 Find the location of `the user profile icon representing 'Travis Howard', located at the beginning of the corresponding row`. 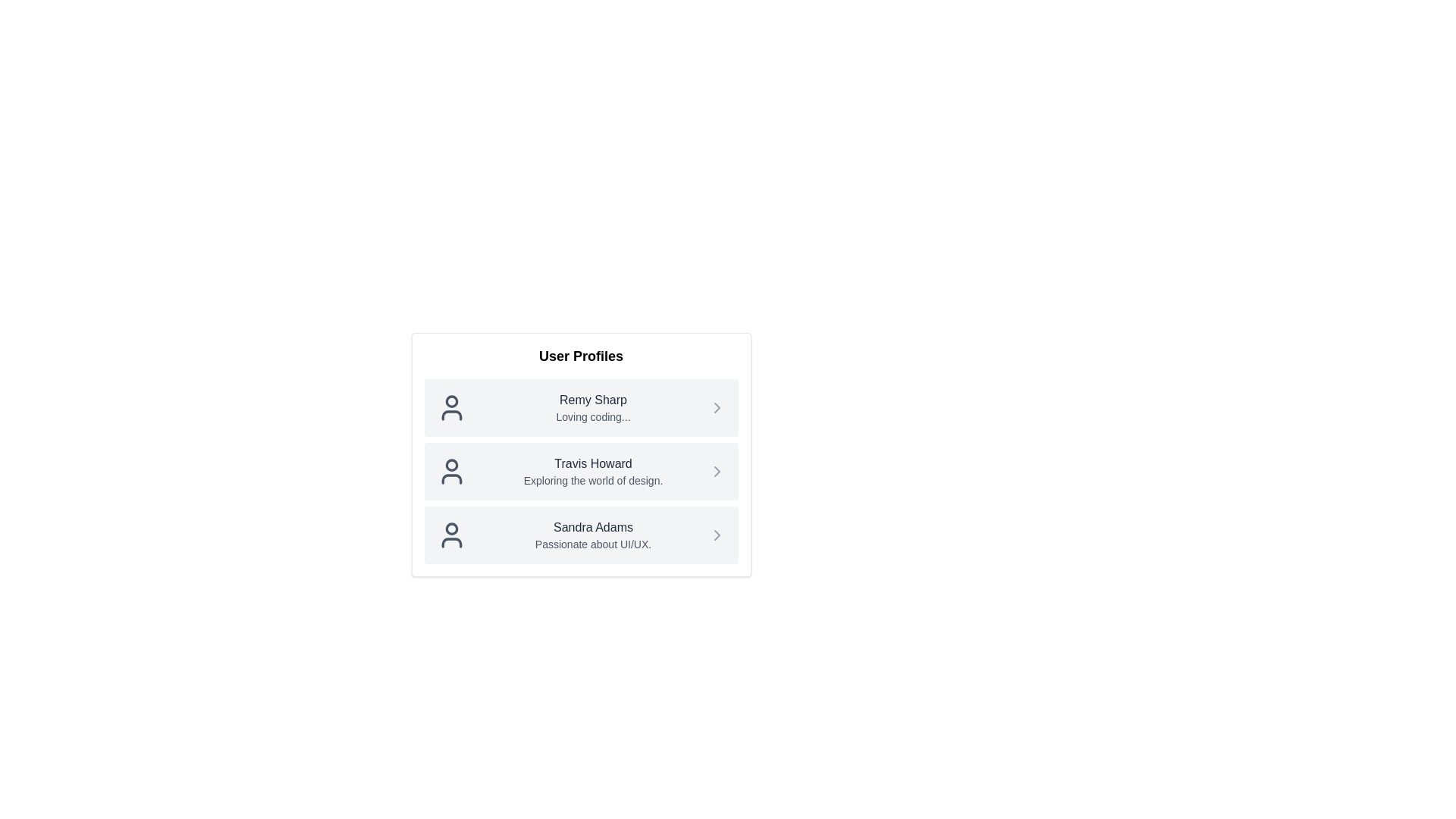

the user profile icon representing 'Travis Howard', located at the beginning of the corresponding row is located at coordinates (450, 470).